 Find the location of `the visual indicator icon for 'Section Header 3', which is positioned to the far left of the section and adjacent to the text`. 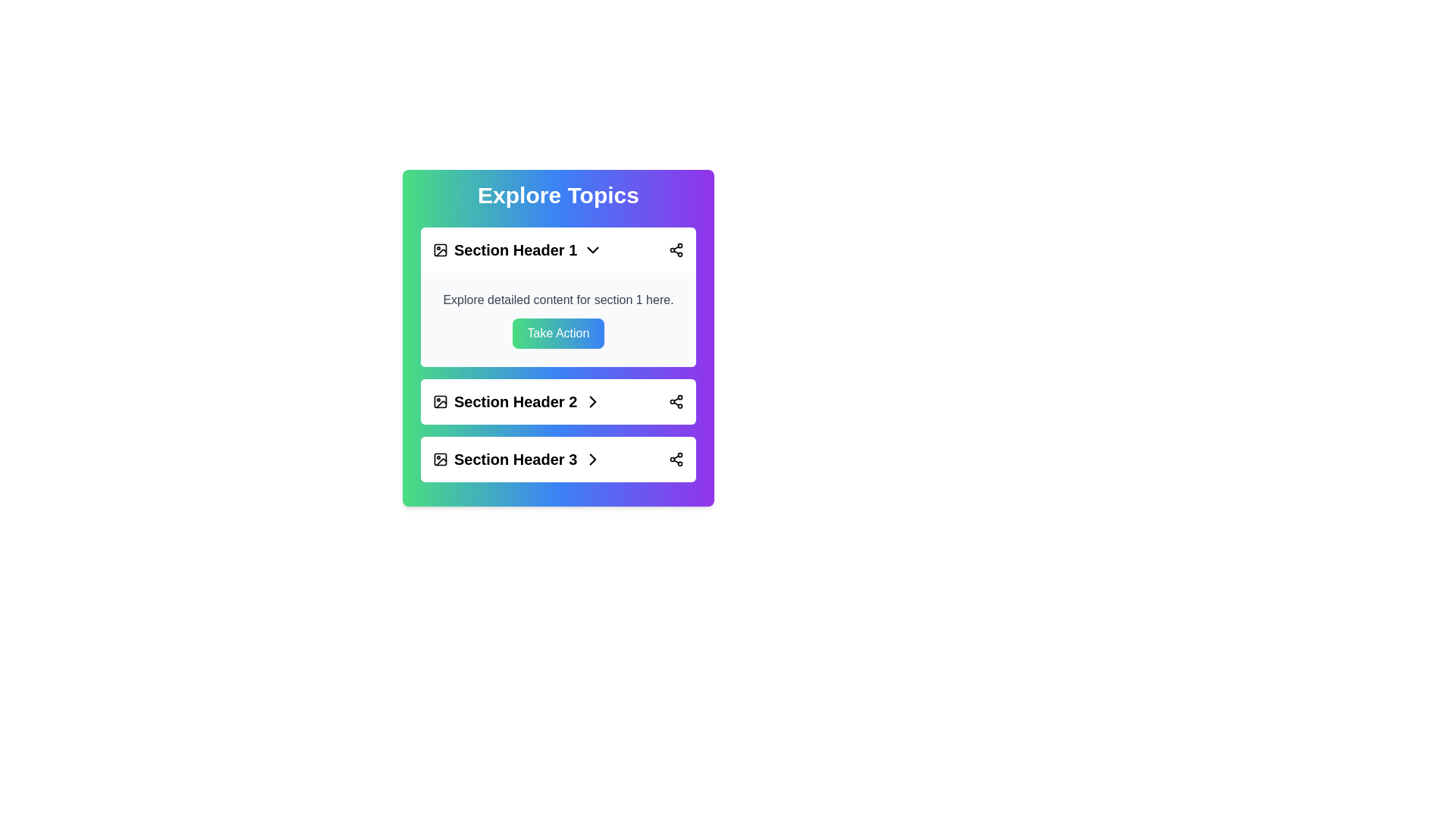

the visual indicator icon for 'Section Header 3', which is positioned to the far left of the section and adjacent to the text is located at coordinates (439, 458).